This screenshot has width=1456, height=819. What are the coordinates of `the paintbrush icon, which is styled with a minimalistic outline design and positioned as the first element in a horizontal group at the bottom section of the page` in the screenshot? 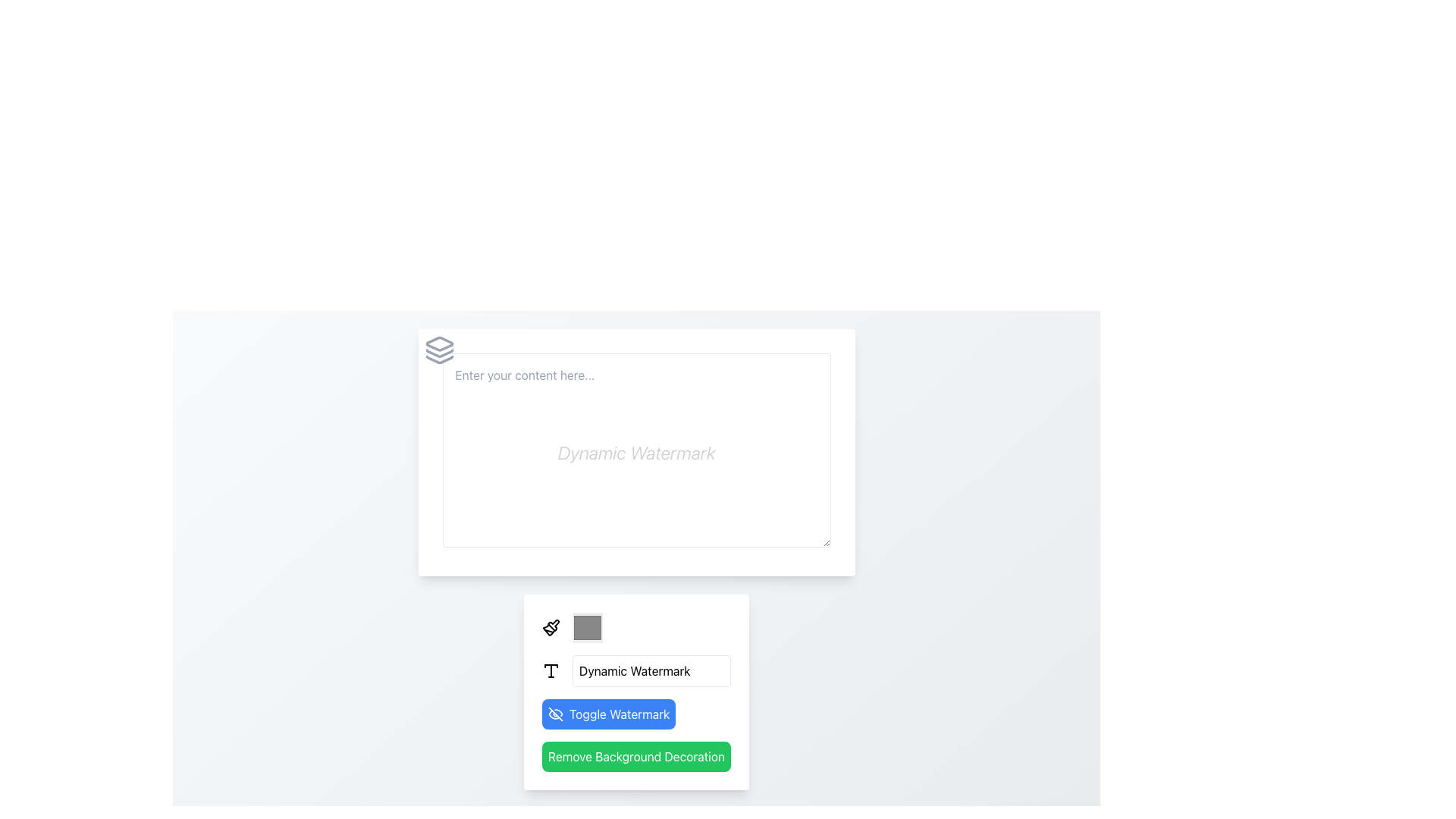 It's located at (550, 628).